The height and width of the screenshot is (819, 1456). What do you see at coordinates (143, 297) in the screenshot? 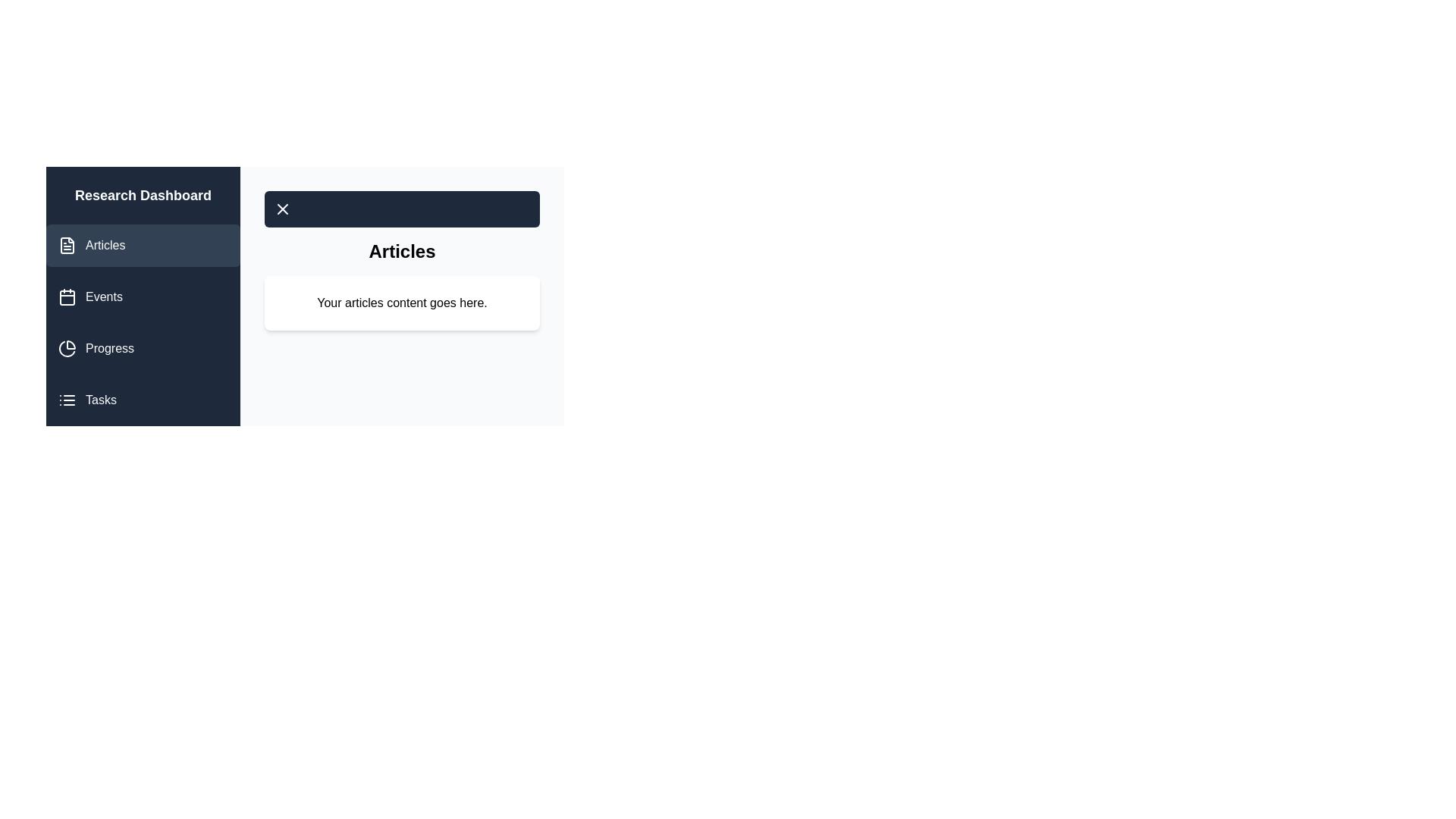
I see `the Events section in the sidebar to navigate` at bounding box center [143, 297].